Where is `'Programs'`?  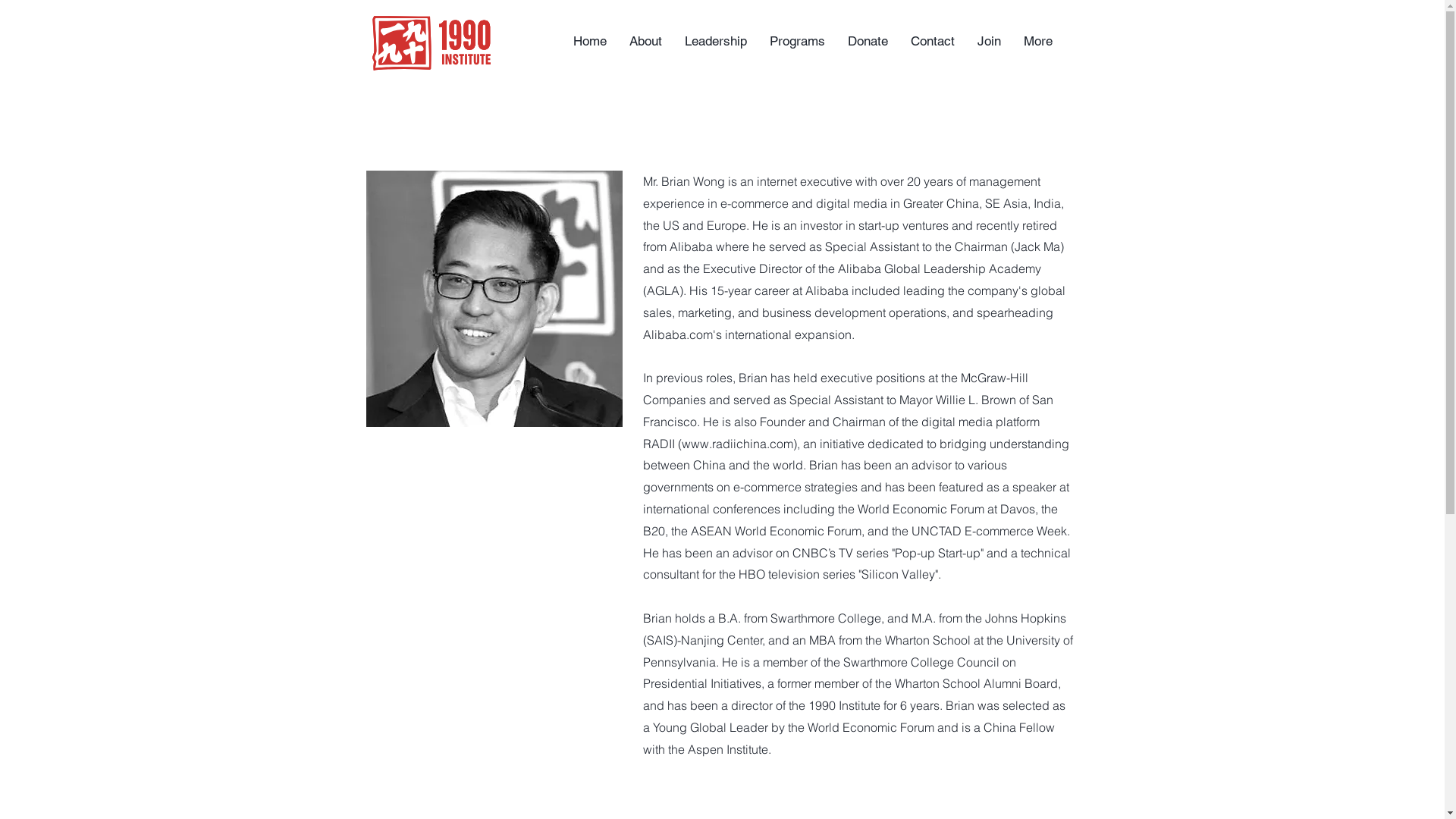 'Programs' is located at coordinates (796, 40).